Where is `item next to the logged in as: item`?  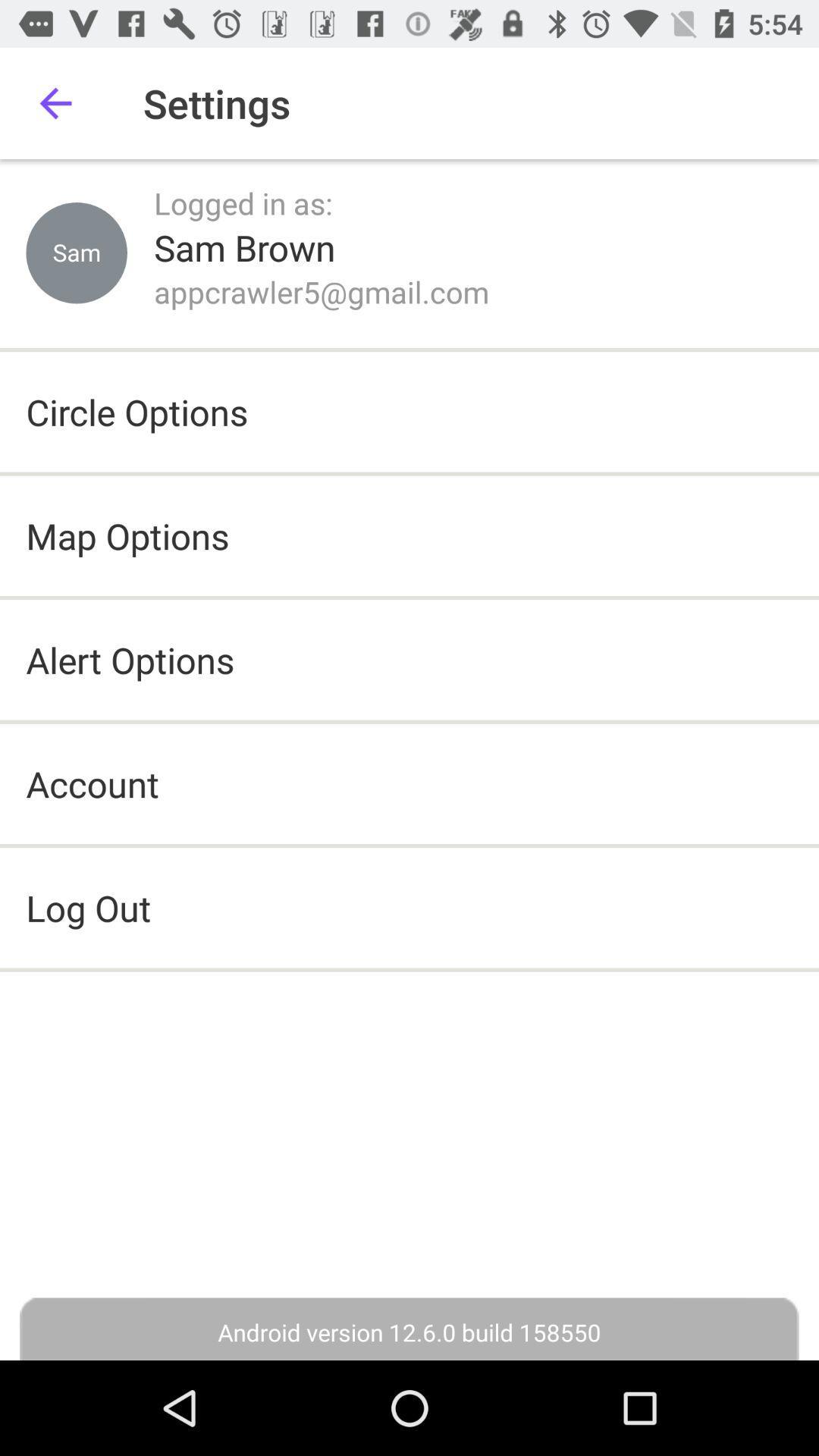 item next to the logged in as: item is located at coordinates (77, 253).